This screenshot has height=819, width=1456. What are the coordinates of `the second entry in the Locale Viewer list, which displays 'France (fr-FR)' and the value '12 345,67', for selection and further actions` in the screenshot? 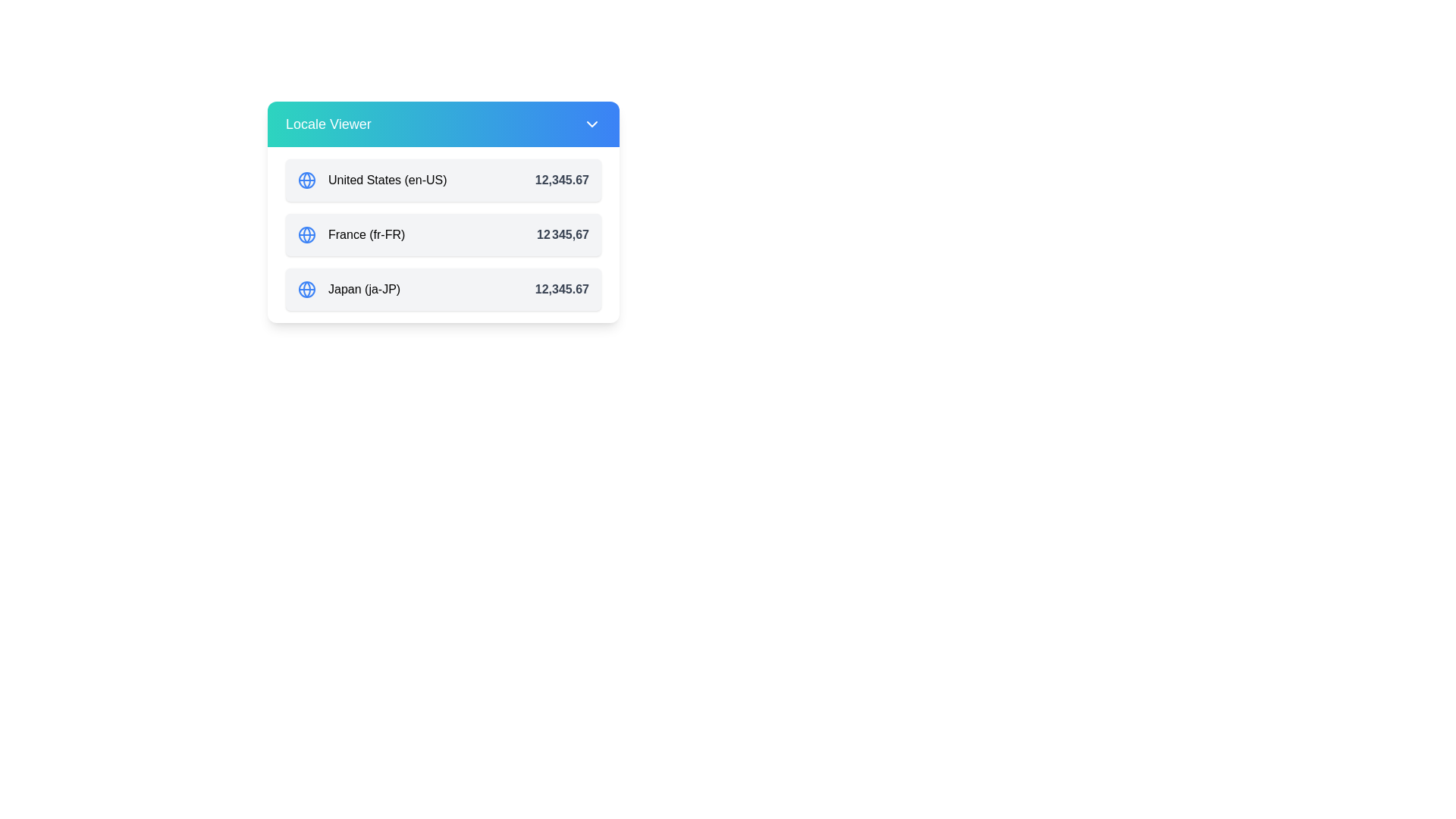 It's located at (443, 234).